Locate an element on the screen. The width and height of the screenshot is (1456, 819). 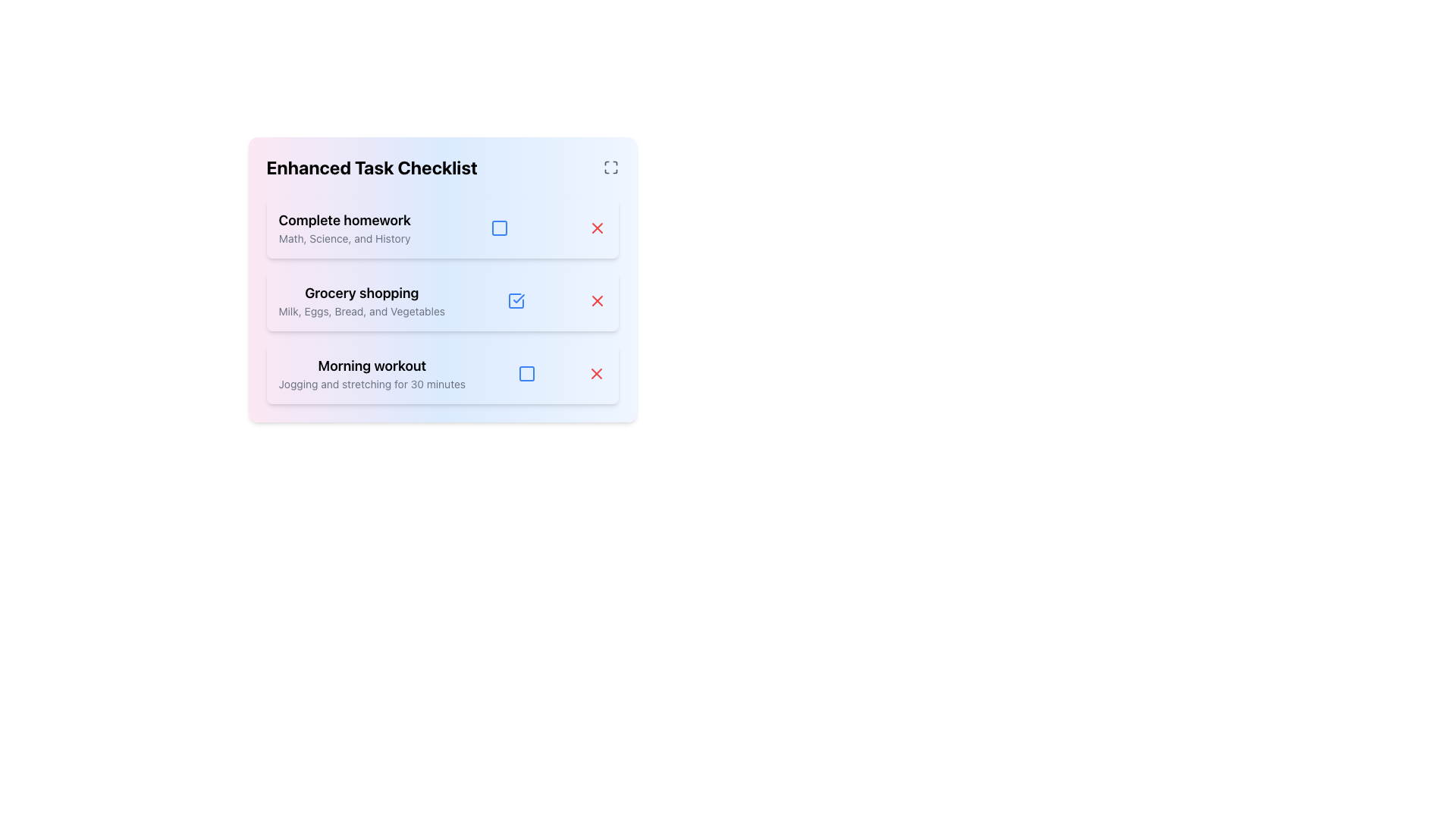
task title and details displayed in the first task item of the 'Enhanced Task Checklist', which is positioned near the top of the list and aligned to the left is located at coordinates (344, 227).